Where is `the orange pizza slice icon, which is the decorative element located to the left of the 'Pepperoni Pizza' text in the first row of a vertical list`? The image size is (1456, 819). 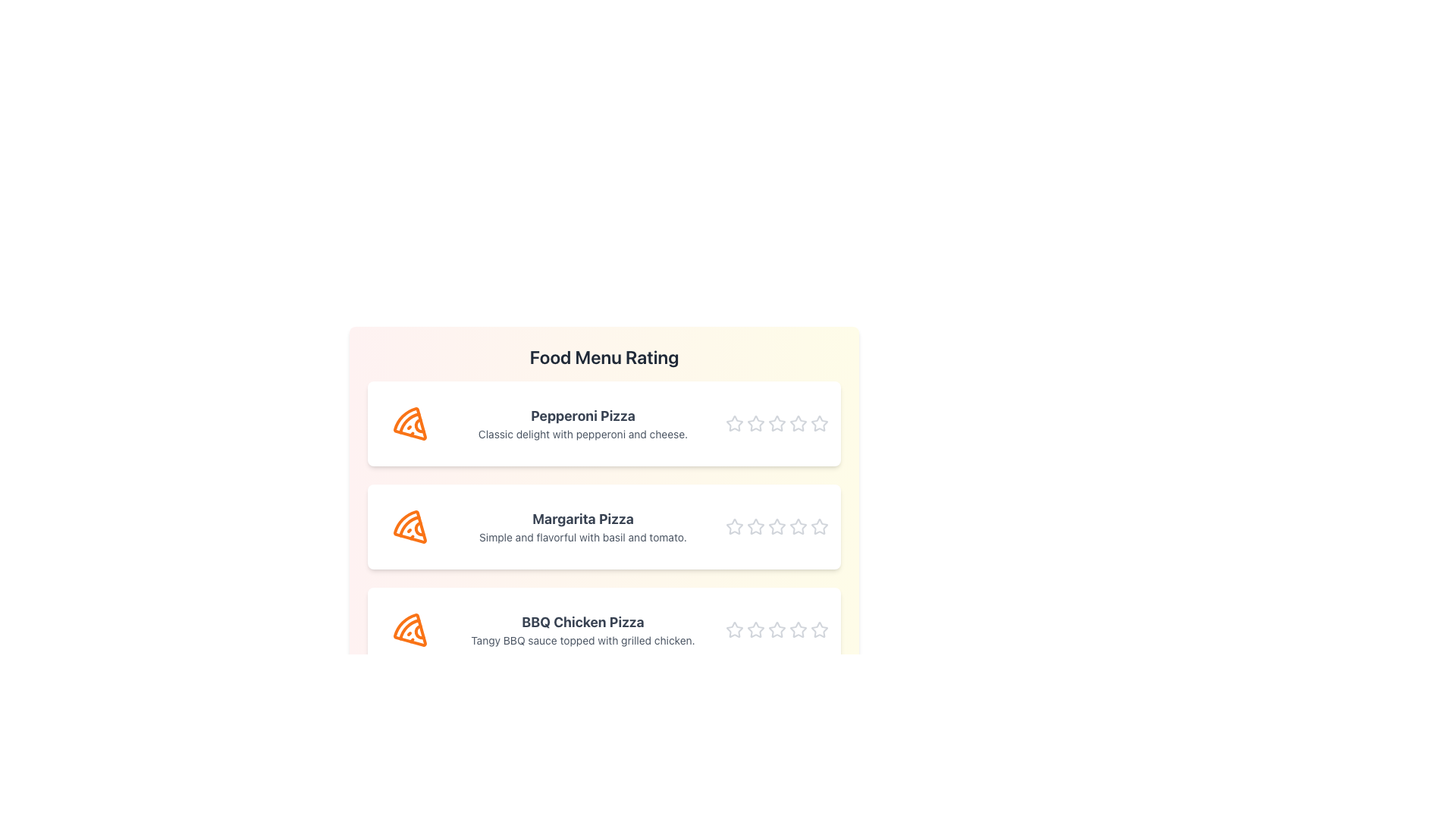
the orange pizza slice icon, which is the decorative element located to the left of the 'Pepperoni Pizza' text in the first row of a vertical list is located at coordinates (410, 424).